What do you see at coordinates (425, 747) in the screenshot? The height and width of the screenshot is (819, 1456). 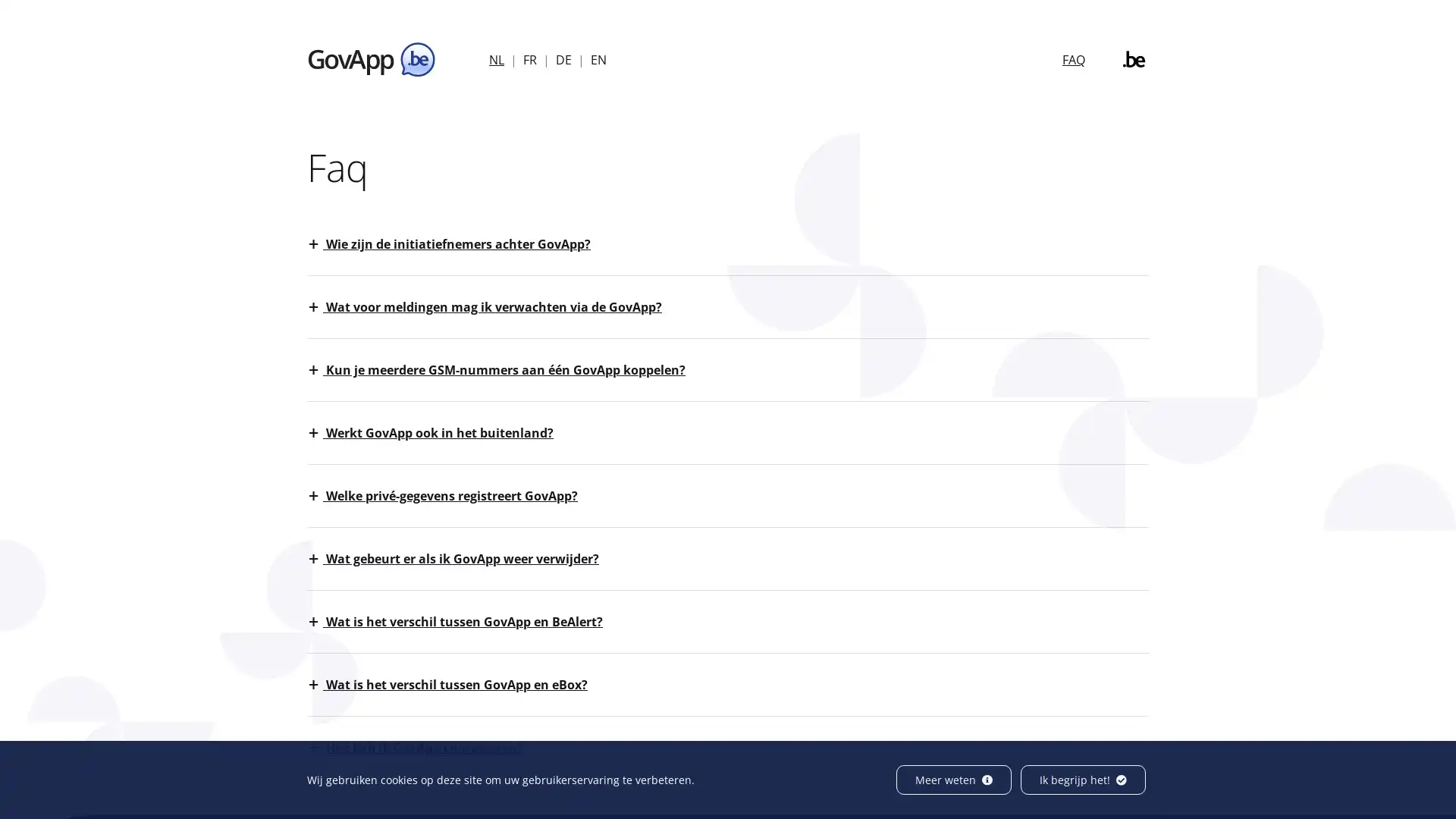 I see `+ Hoe kan ik GovApp contacteren?` at bounding box center [425, 747].